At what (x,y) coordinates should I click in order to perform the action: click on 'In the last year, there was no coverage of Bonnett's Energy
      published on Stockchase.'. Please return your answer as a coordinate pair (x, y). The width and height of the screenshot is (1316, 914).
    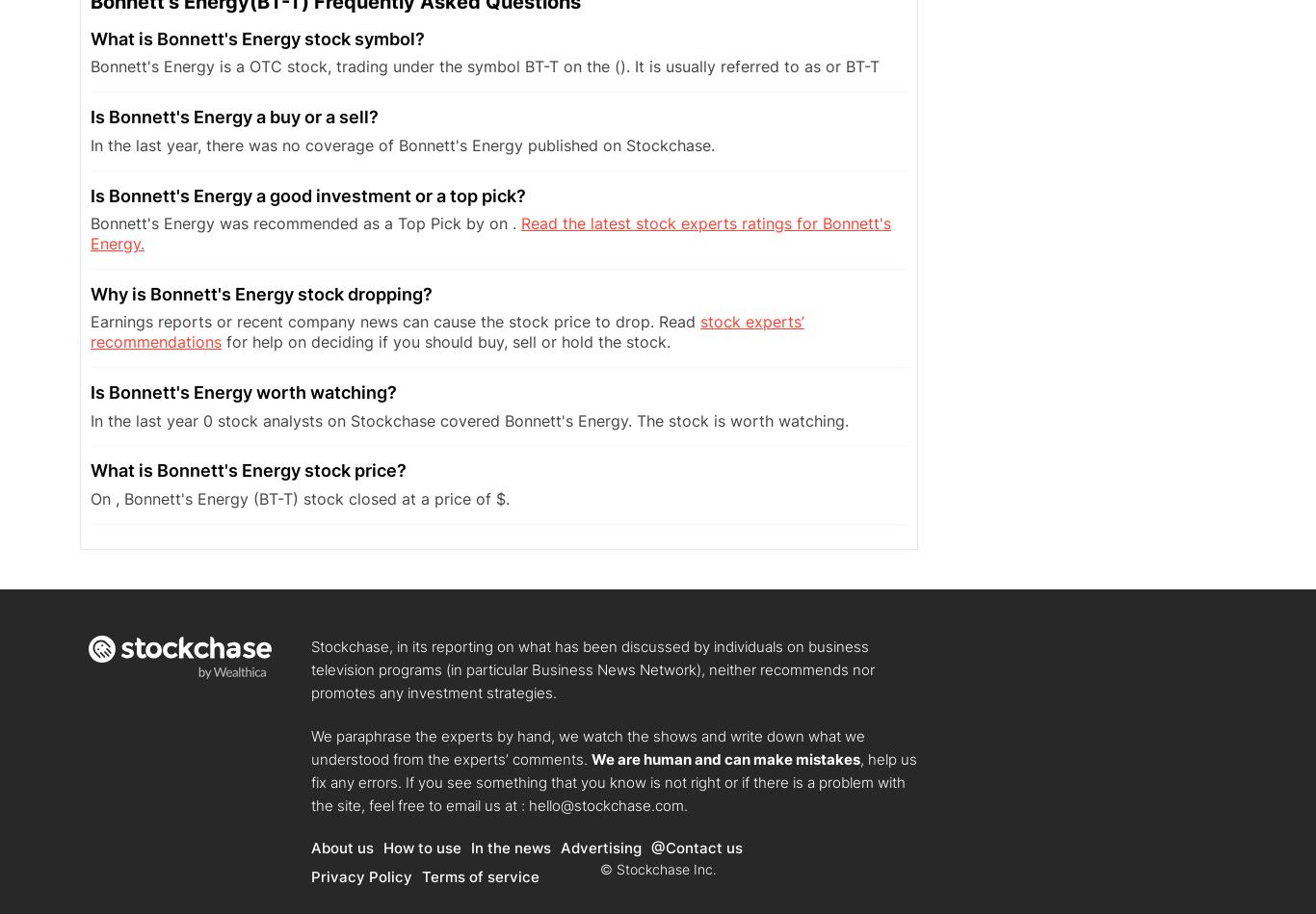
    Looking at the image, I should click on (401, 144).